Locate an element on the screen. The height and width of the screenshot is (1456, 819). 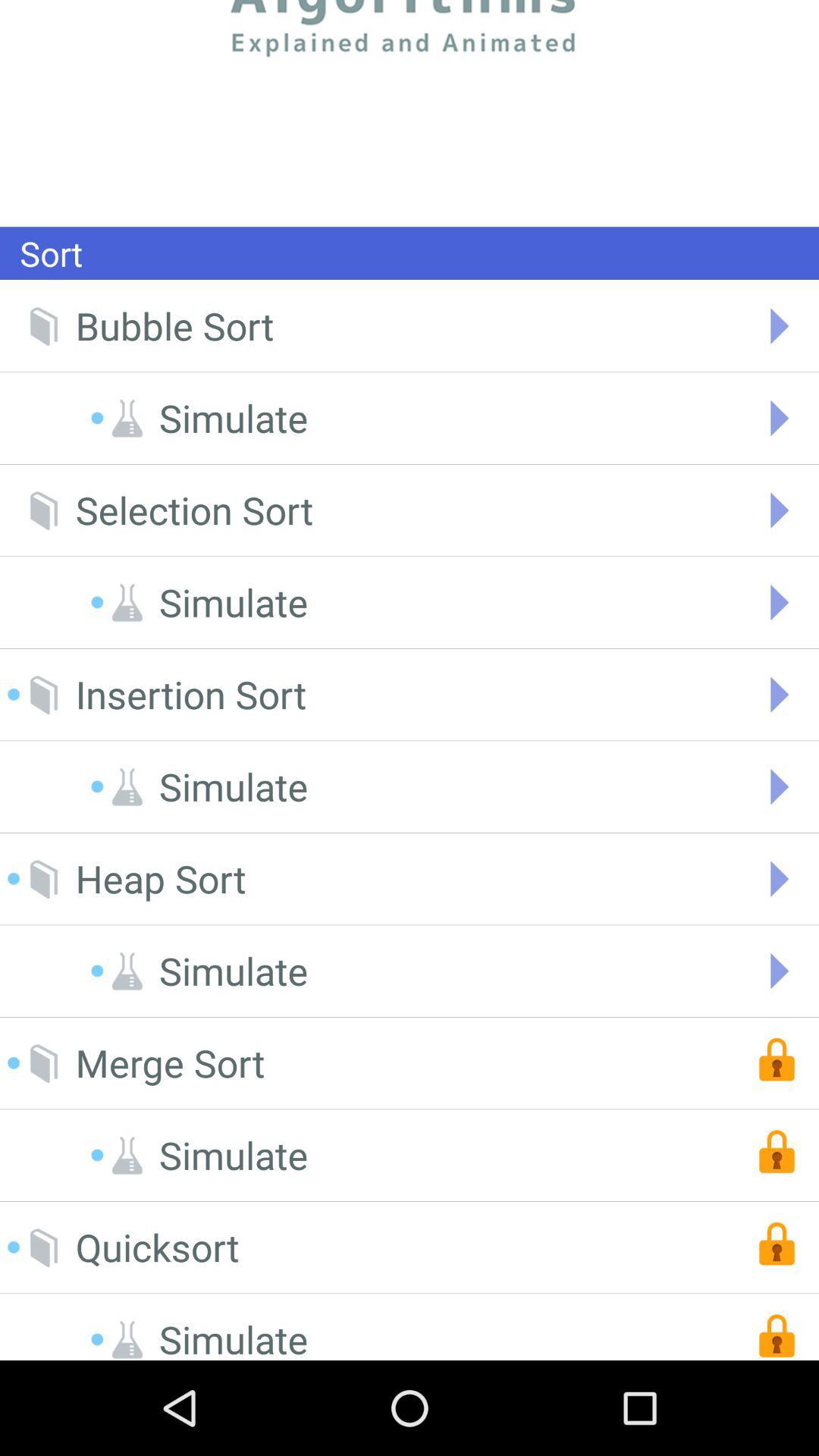
quicksort is located at coordinates (157, 1247).